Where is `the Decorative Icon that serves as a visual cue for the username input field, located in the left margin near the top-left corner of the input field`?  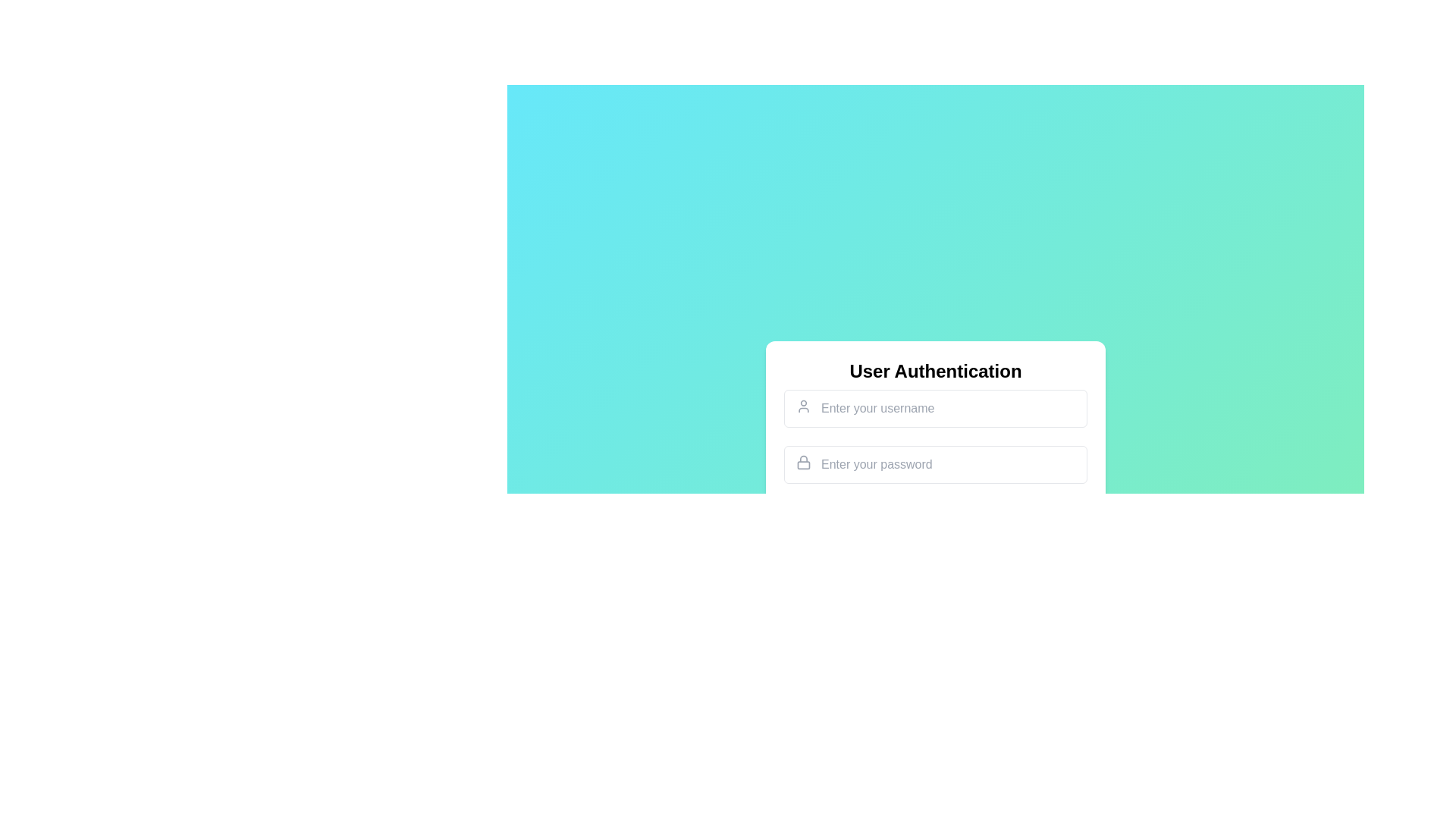 the Decorative Icon that serves as a visual cue for the username input field, located in the left margin near the top-left corner of the input field is located at coordinates (803, 405).